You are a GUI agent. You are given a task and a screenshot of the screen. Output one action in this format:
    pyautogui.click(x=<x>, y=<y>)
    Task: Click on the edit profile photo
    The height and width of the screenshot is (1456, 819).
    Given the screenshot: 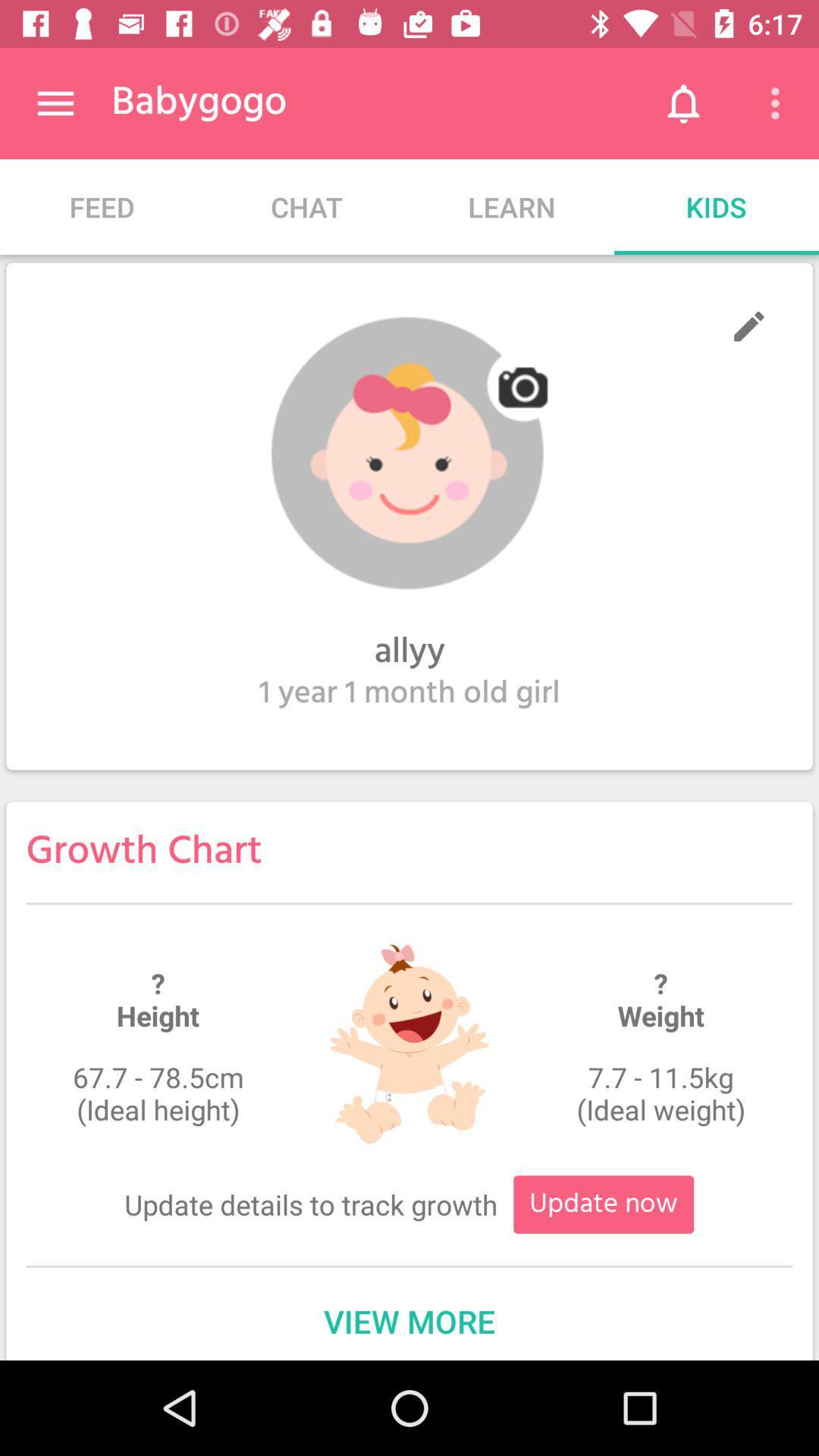 What is the action you would take?
    pyautogui.click(x=409, y=453)
    